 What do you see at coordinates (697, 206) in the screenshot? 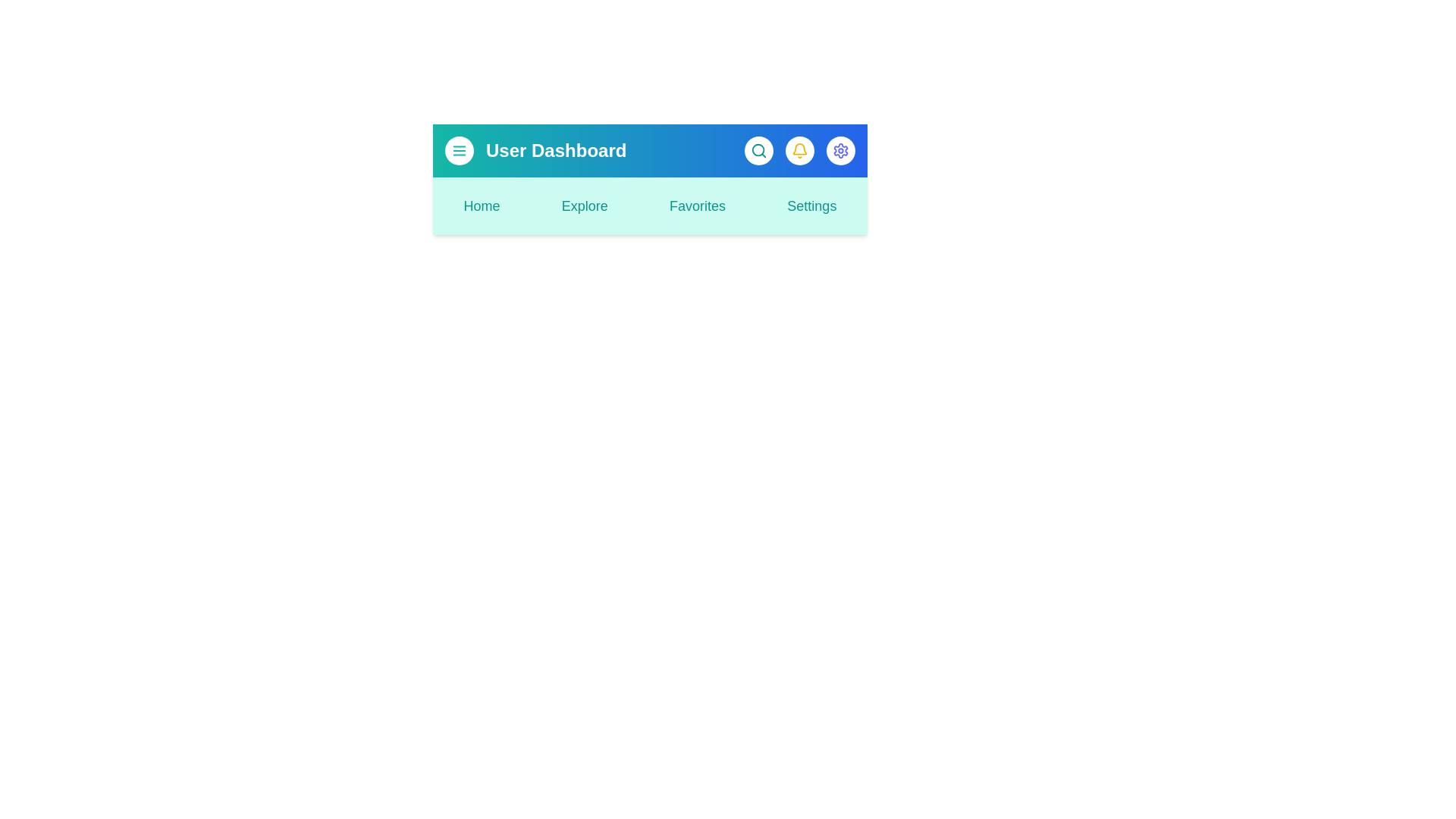
I see `the navigation link corresponding to Favorites` at bounding box center [697, 206].